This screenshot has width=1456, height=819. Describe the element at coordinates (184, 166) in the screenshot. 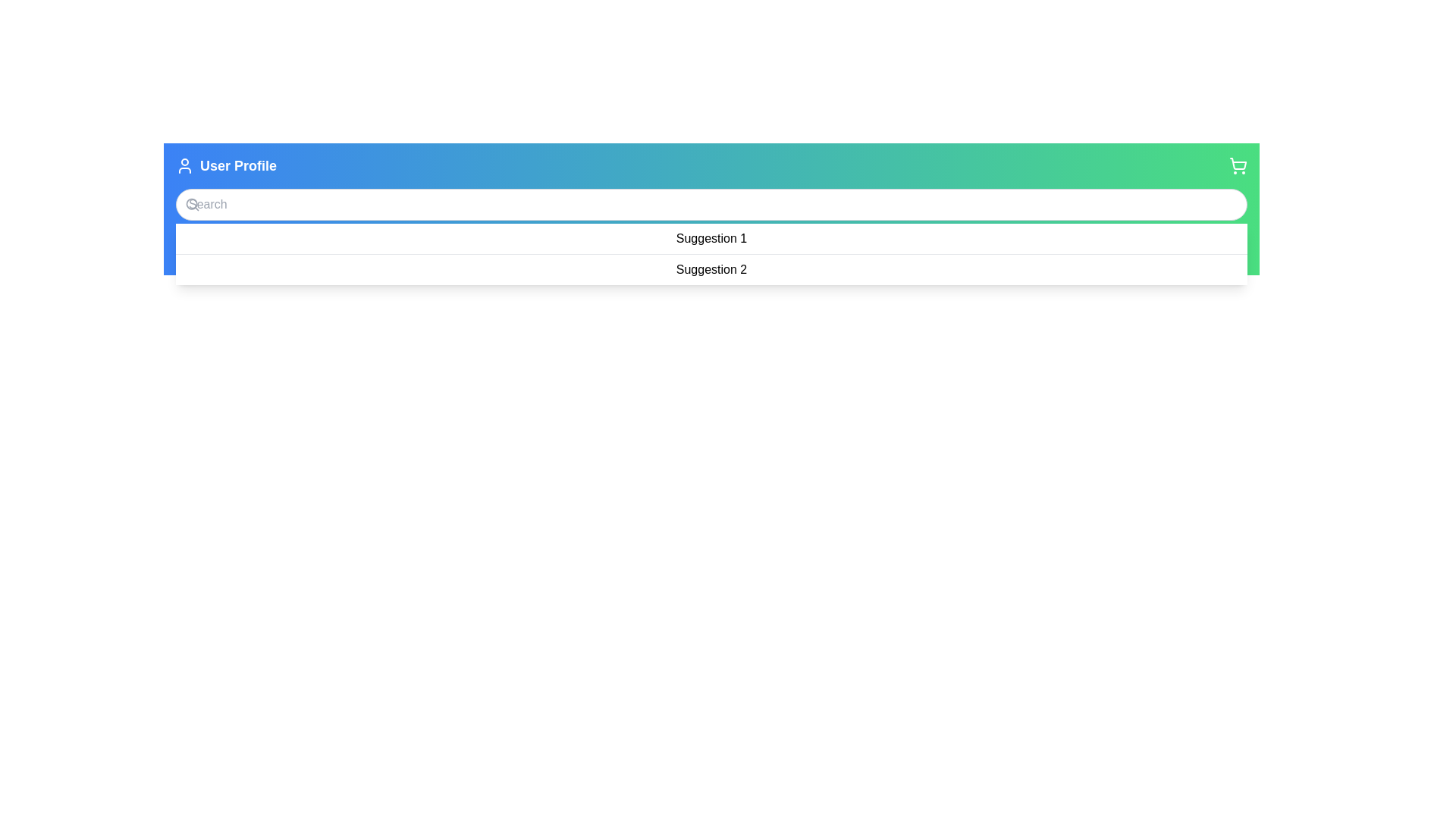

I see `the user avatar icon, which is a wireframe human figure outlined in white with a blue background` at that location.